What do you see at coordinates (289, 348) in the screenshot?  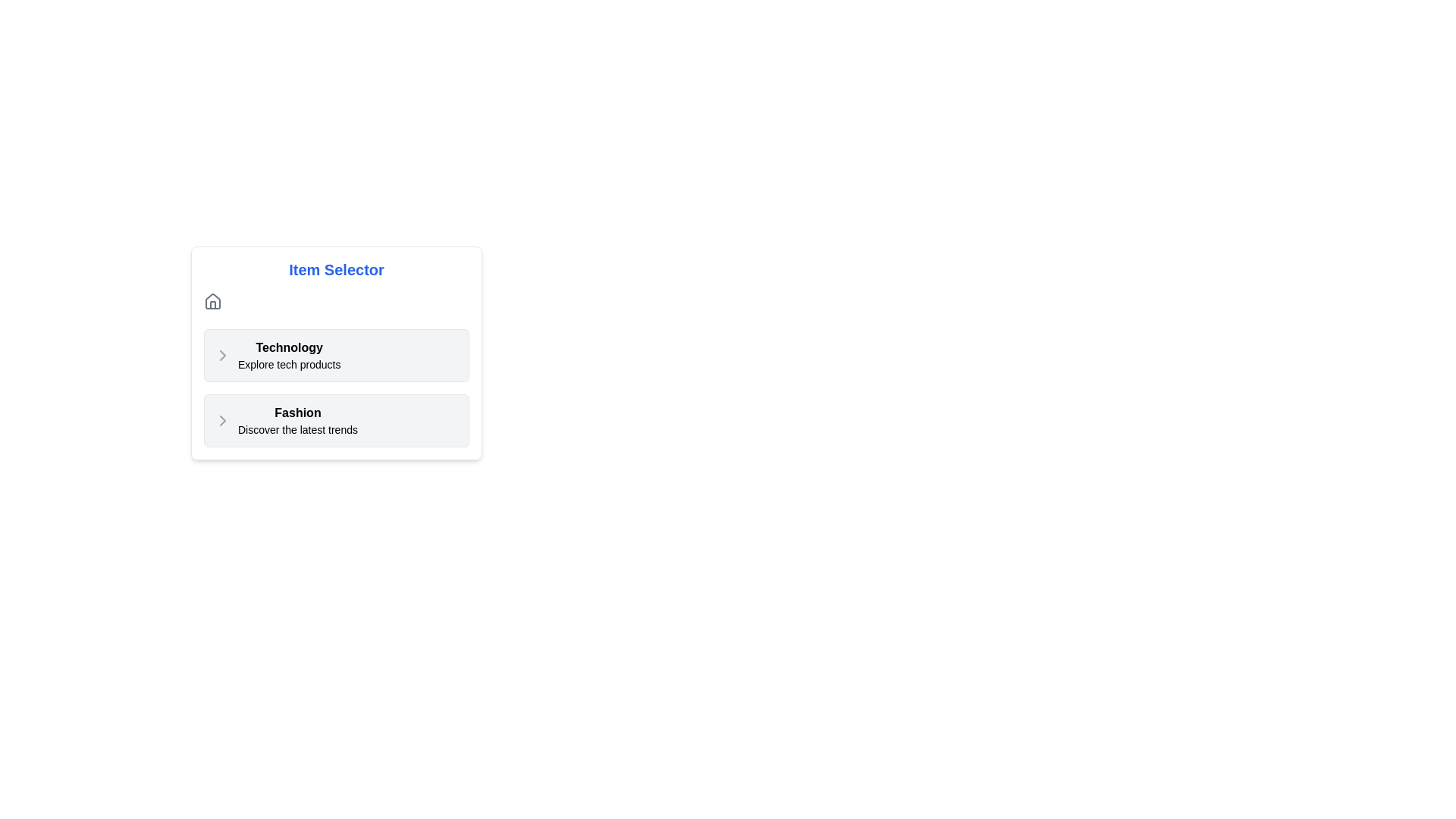 I see `bold text label 'Technology' that is styled with 'font-semibold', located at the top section of the item listing interface above the text 'Explore tech products'` at bounding box center [289, 348].